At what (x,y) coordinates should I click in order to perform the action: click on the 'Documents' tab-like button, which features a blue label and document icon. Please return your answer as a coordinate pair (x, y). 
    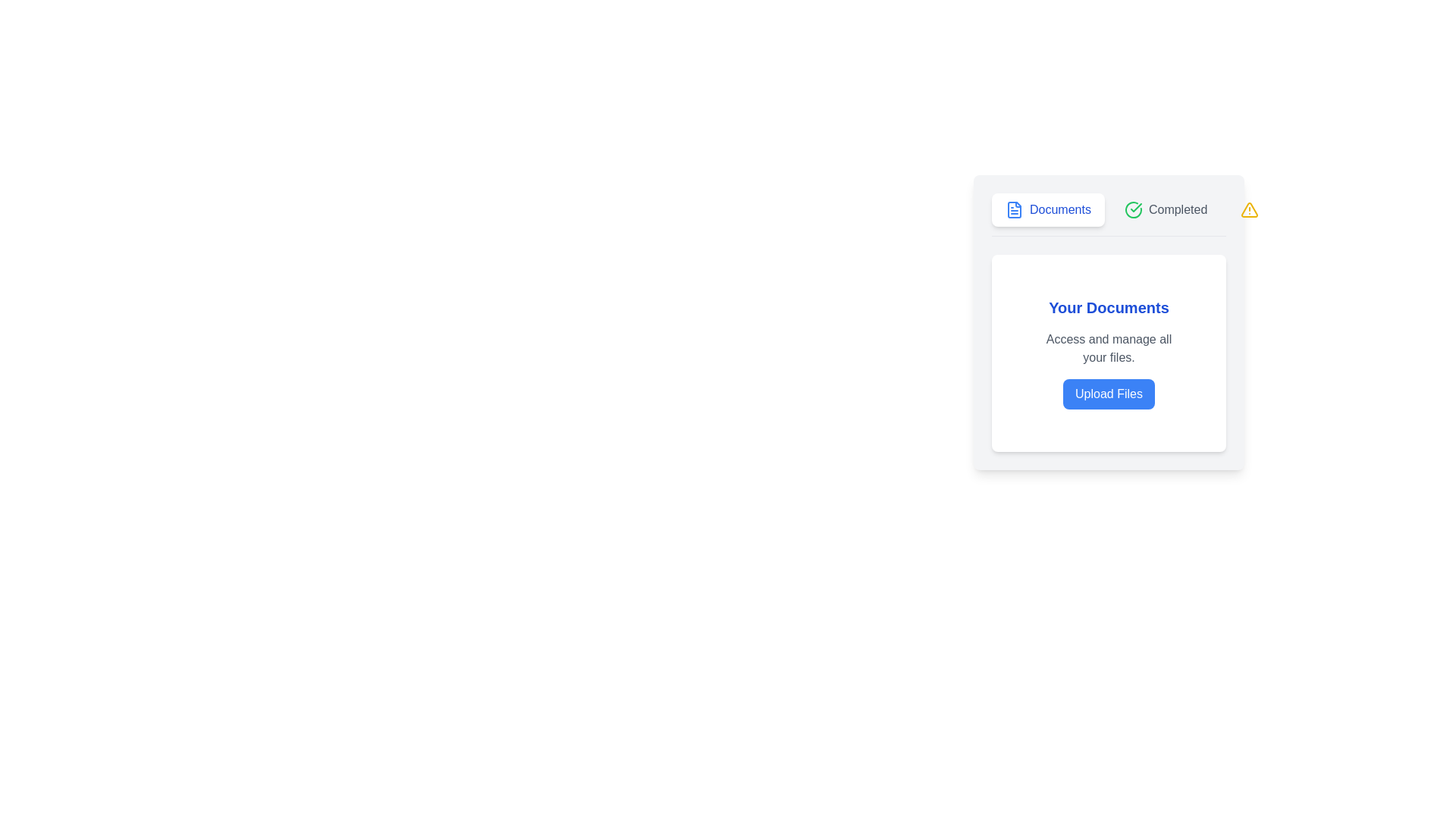
    Looking at the image, I should click on (1047, 210).